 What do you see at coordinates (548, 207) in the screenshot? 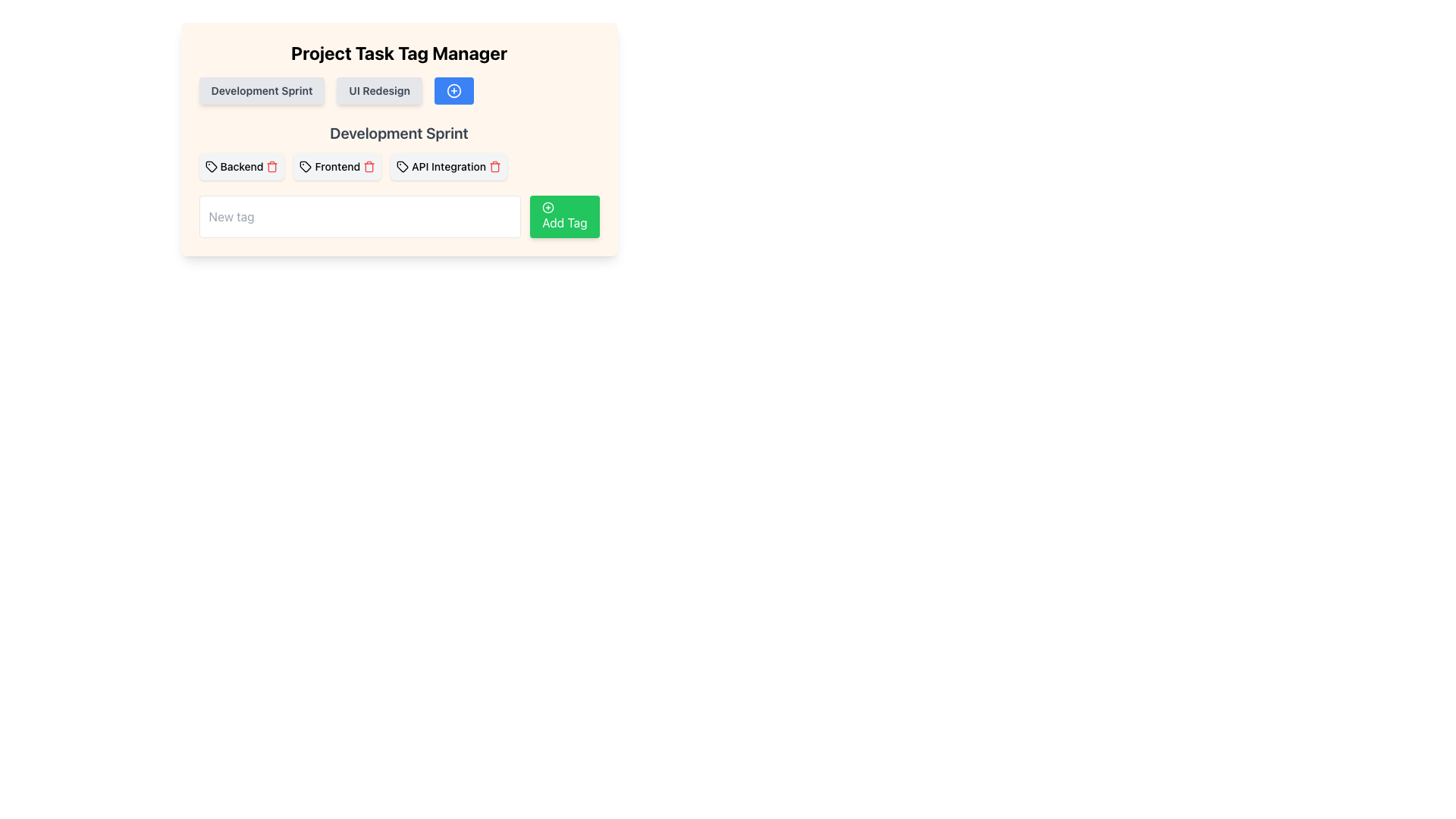
I see `the SVG Circle element that represents the interactive icon for adding tags on the 'Add Tag' button` at bounding box center [548, 207].